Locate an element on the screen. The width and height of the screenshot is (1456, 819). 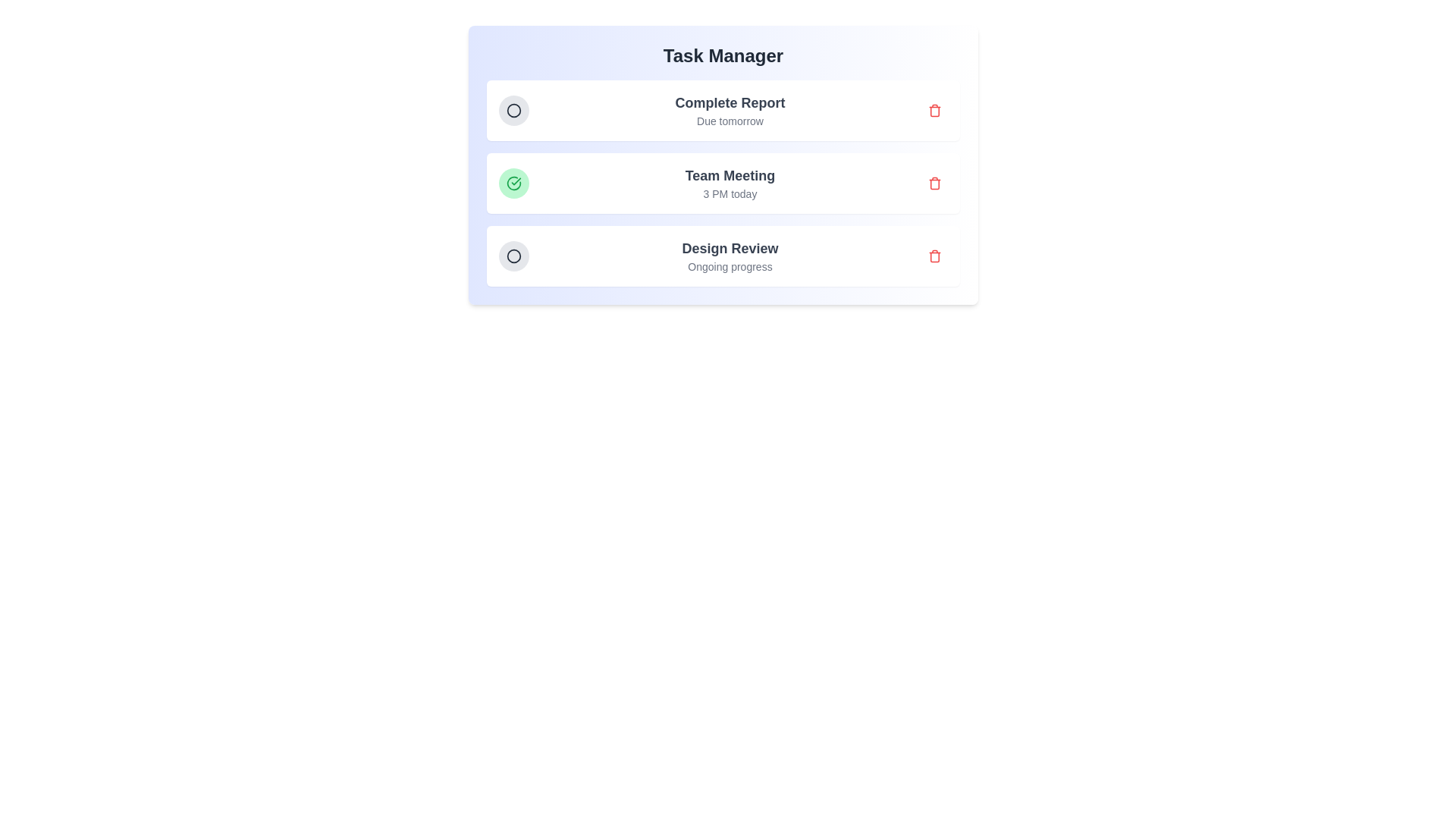
the Text block that provides task details, including its title and due date, which is the first entry in the Task Manager list is located at coordinates (730, 110).